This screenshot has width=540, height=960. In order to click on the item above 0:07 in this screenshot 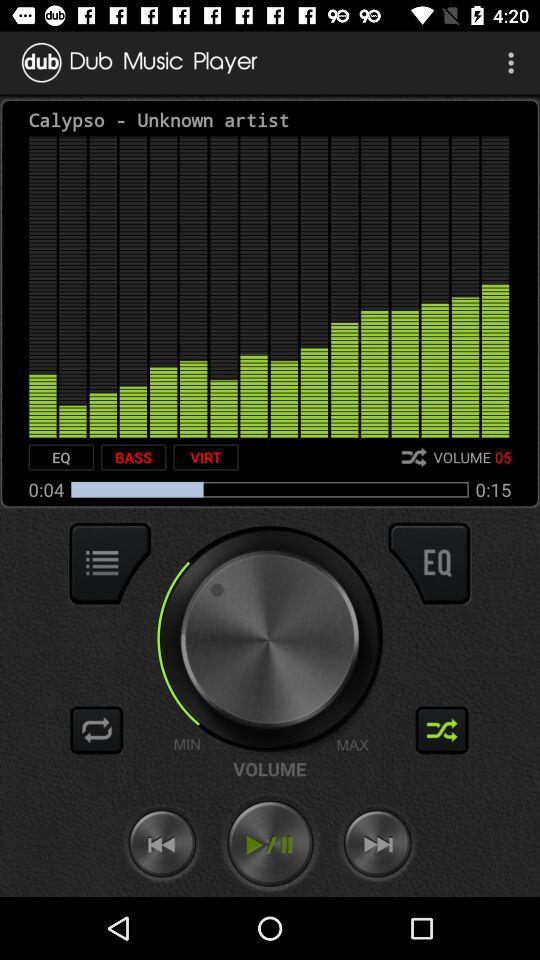, I will do `click(61, 457)`.